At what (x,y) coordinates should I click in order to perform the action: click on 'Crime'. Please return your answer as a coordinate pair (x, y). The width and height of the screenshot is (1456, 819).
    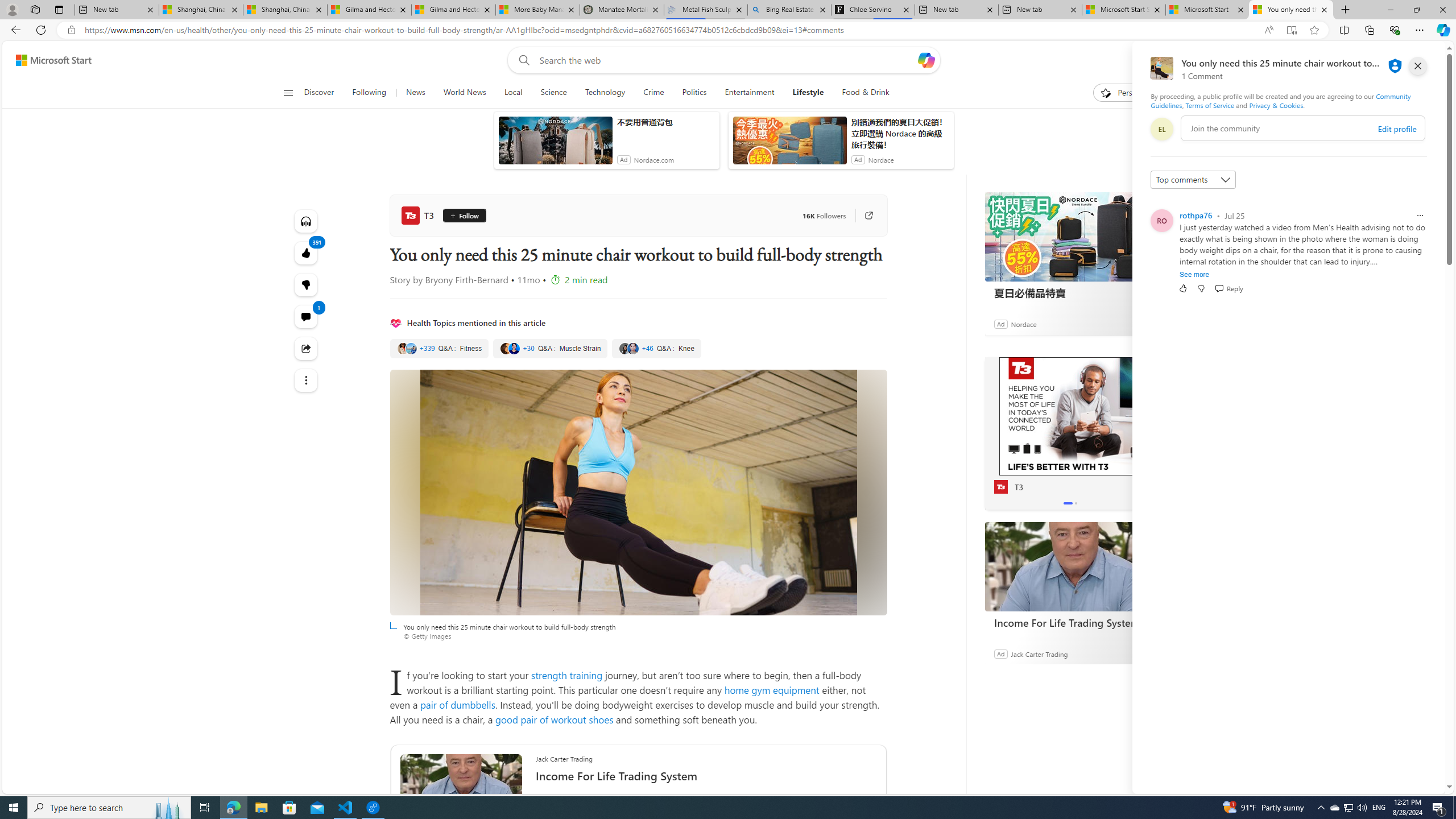
    Looking at the image, I should click on (653, 92).